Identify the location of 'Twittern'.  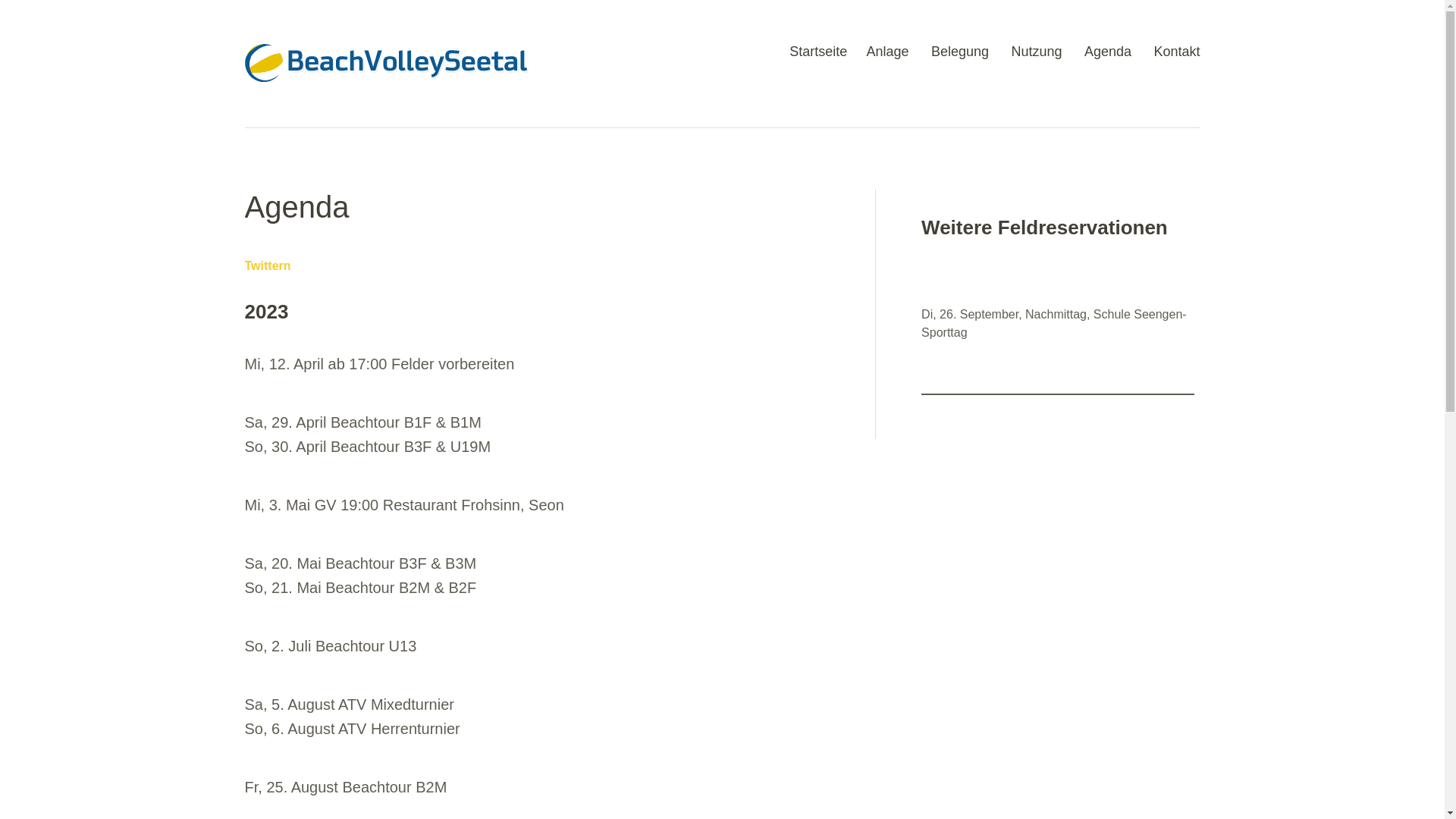
(243, 265).